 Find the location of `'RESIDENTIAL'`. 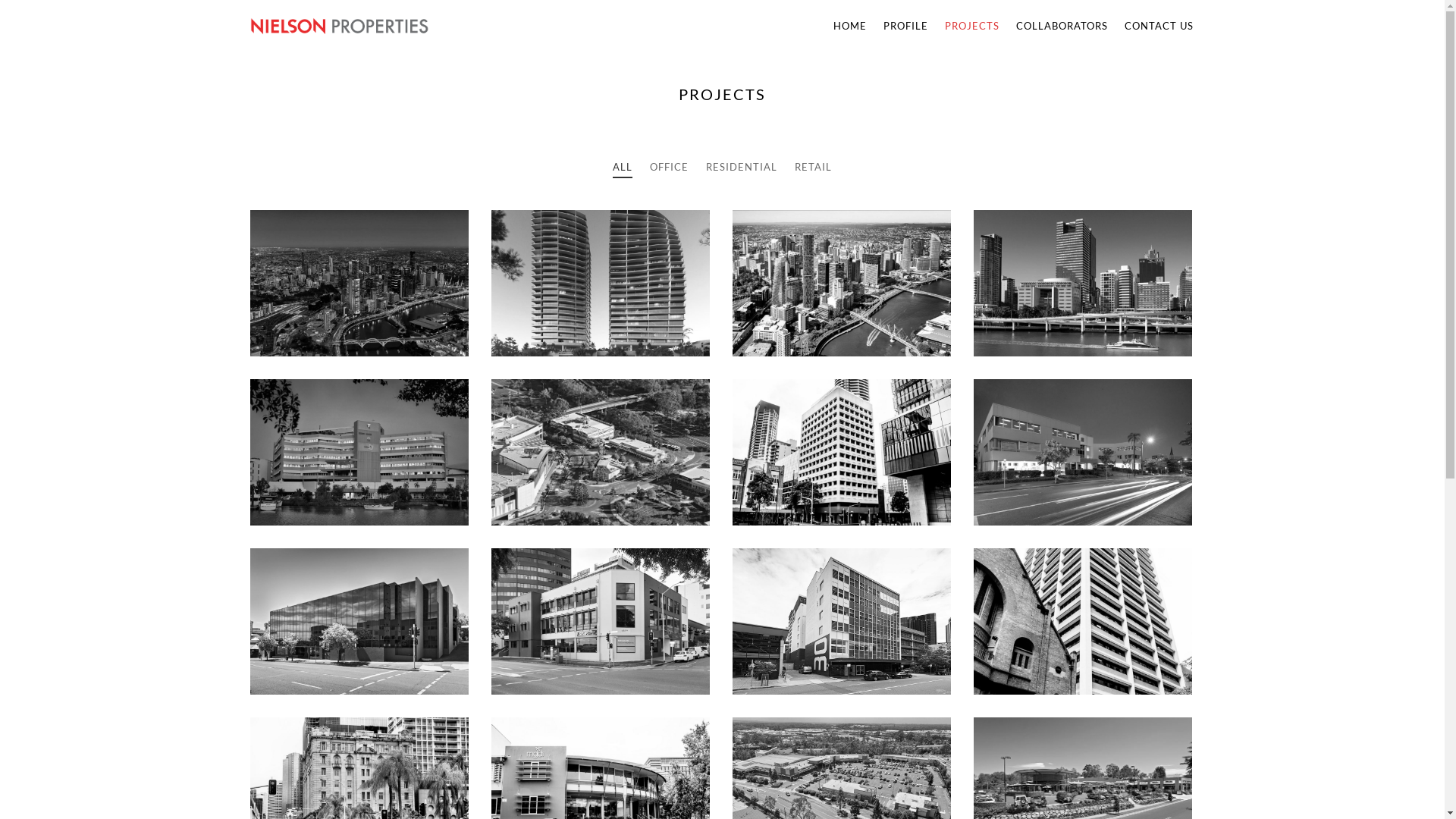

'RESIDENTIAL' is located at coordinates (742, 166).